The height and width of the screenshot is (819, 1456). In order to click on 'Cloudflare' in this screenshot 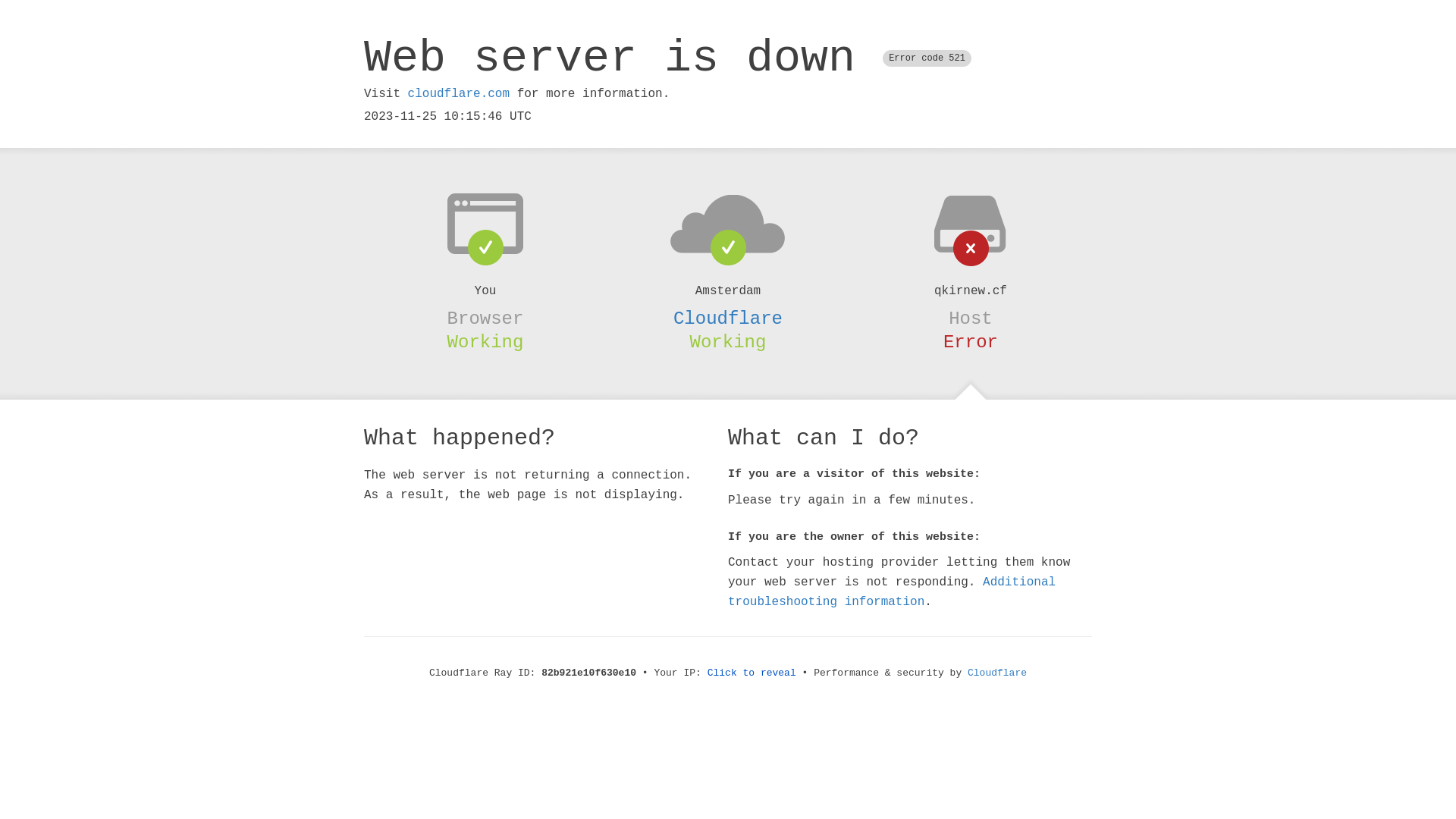, I will do `click(728, 318)`.